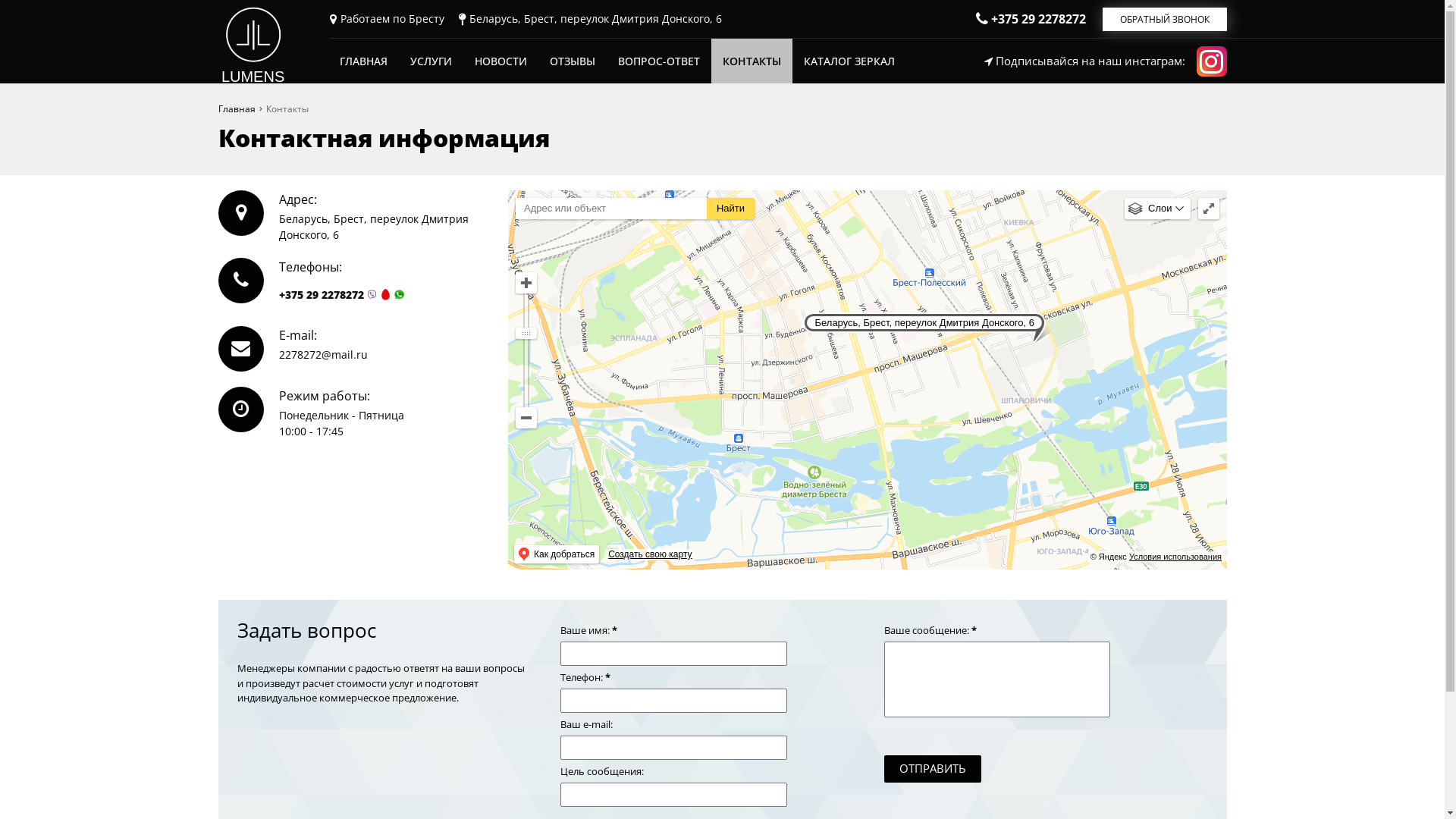 The image size is (1456, 819). What do you see at coordinates (253, 42) in the screenshot?
I see `'LUMENS'` at bounding box center [253, 42].